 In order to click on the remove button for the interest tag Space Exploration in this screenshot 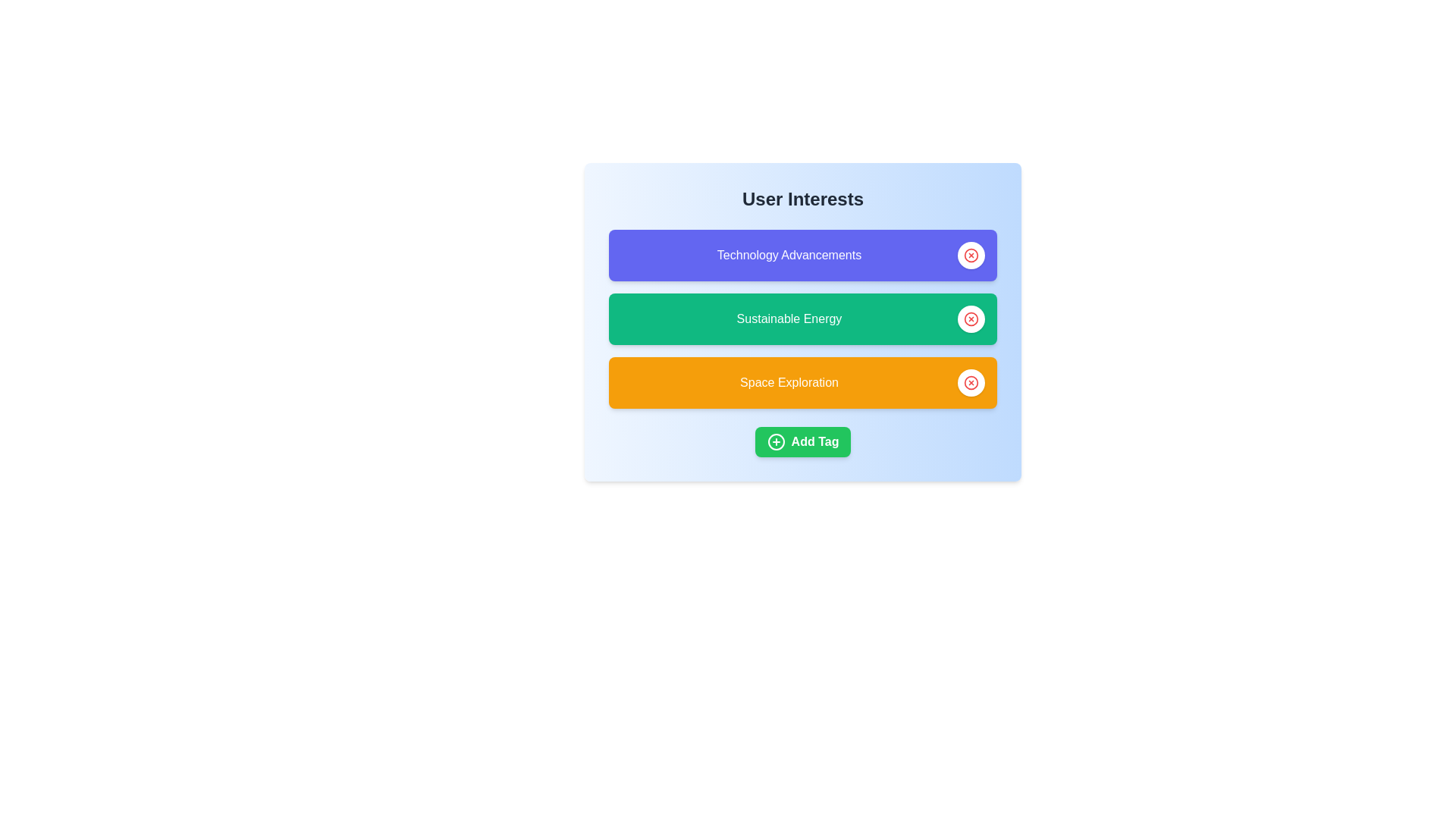, I will do `click(971, 382)`.